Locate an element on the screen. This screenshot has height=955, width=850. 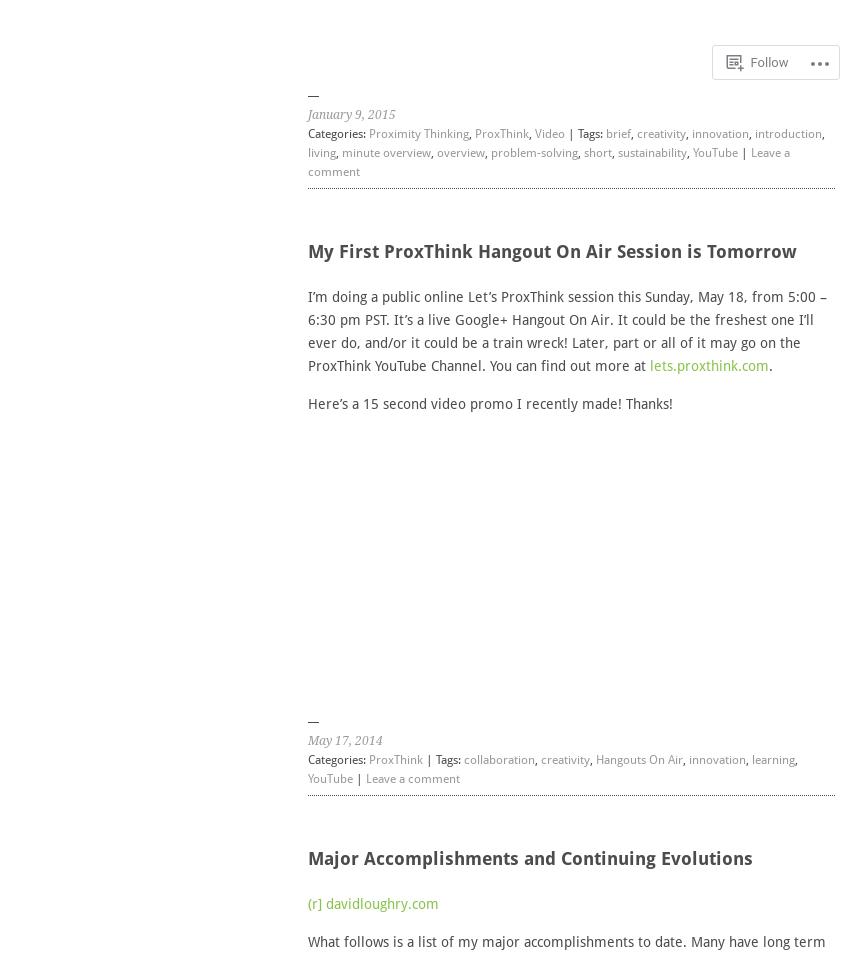
'learning' is located at coordinates (771, 758).